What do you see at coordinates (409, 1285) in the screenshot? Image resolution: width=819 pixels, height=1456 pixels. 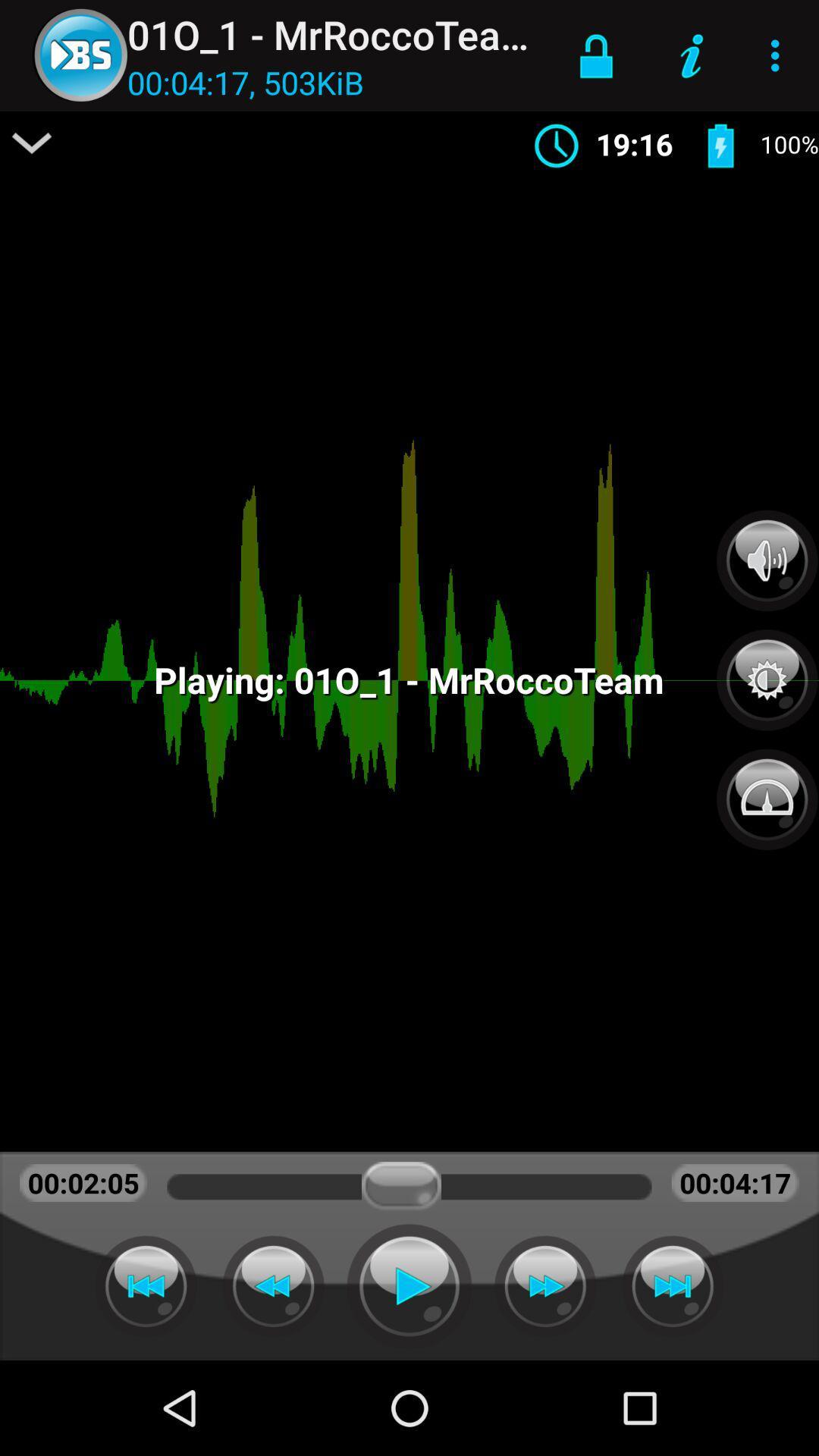 I see `start playing` at bounding box center [409, 1285].